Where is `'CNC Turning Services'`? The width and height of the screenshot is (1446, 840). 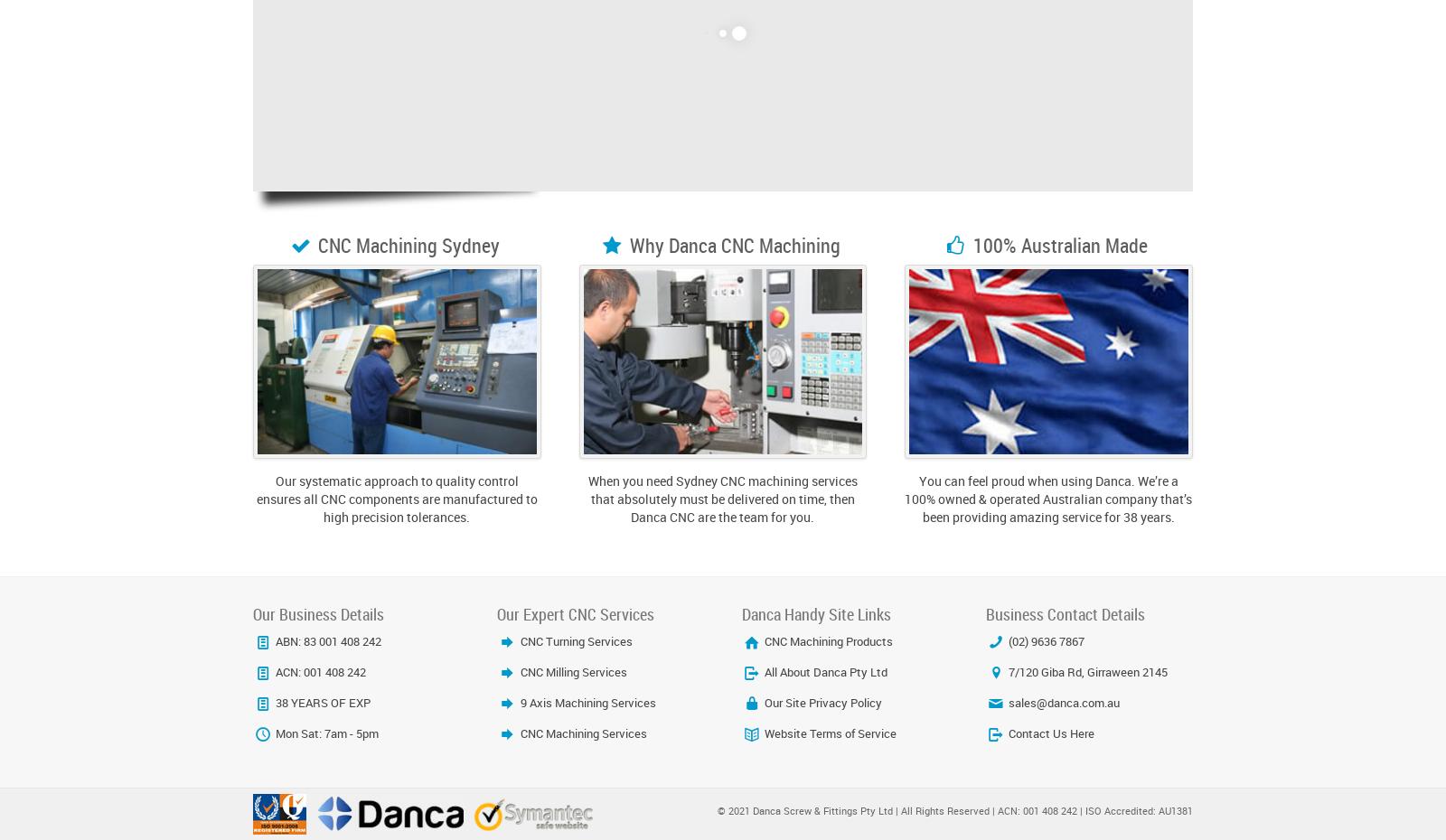 'CNC Turning Services' is located at coordinates (574, 640).